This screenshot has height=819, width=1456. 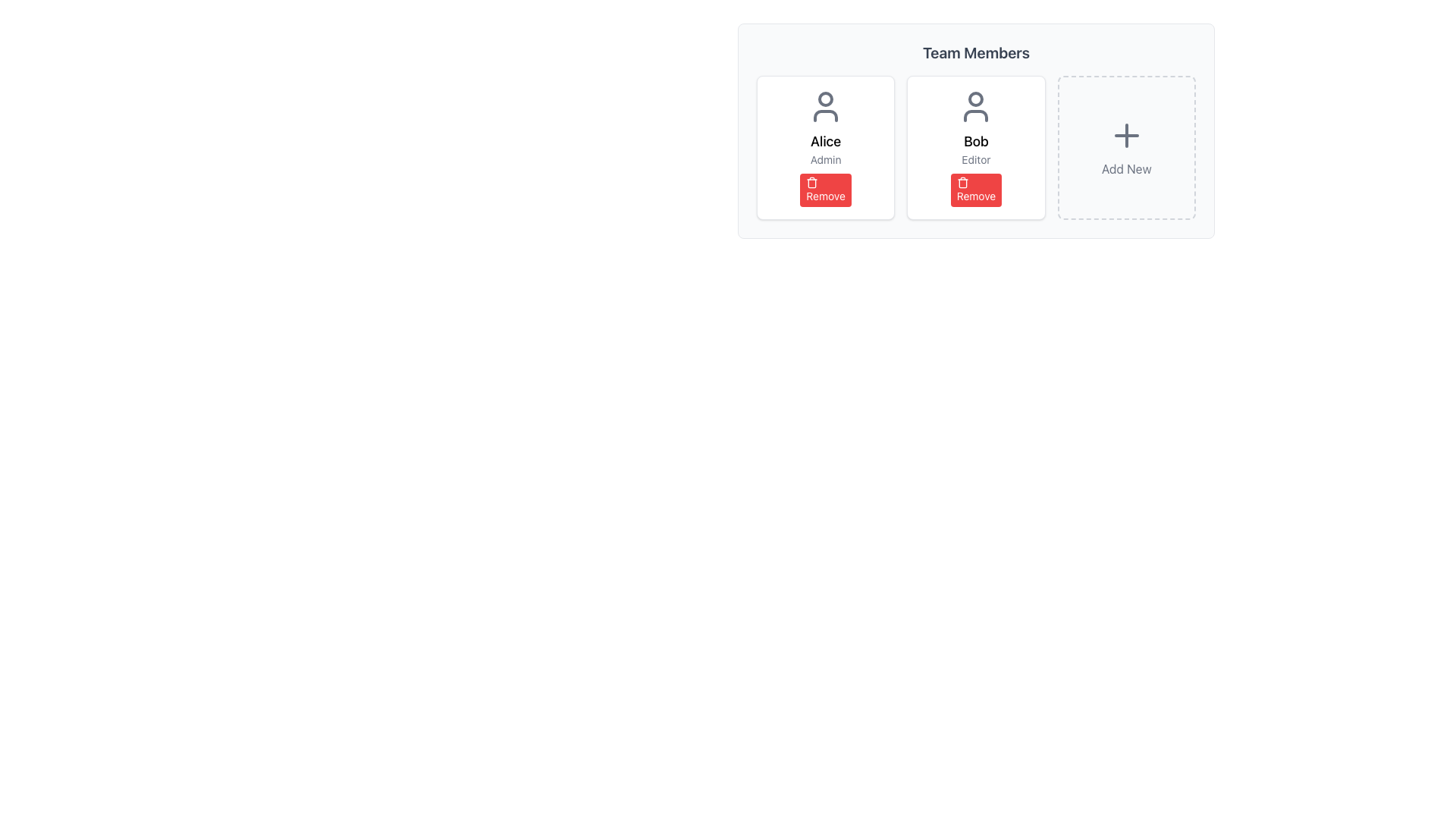 I want to click on the text label displaying the role 'Admin' for team member 'Alice', located in the Team Members section card, so click(x=825, y=160).